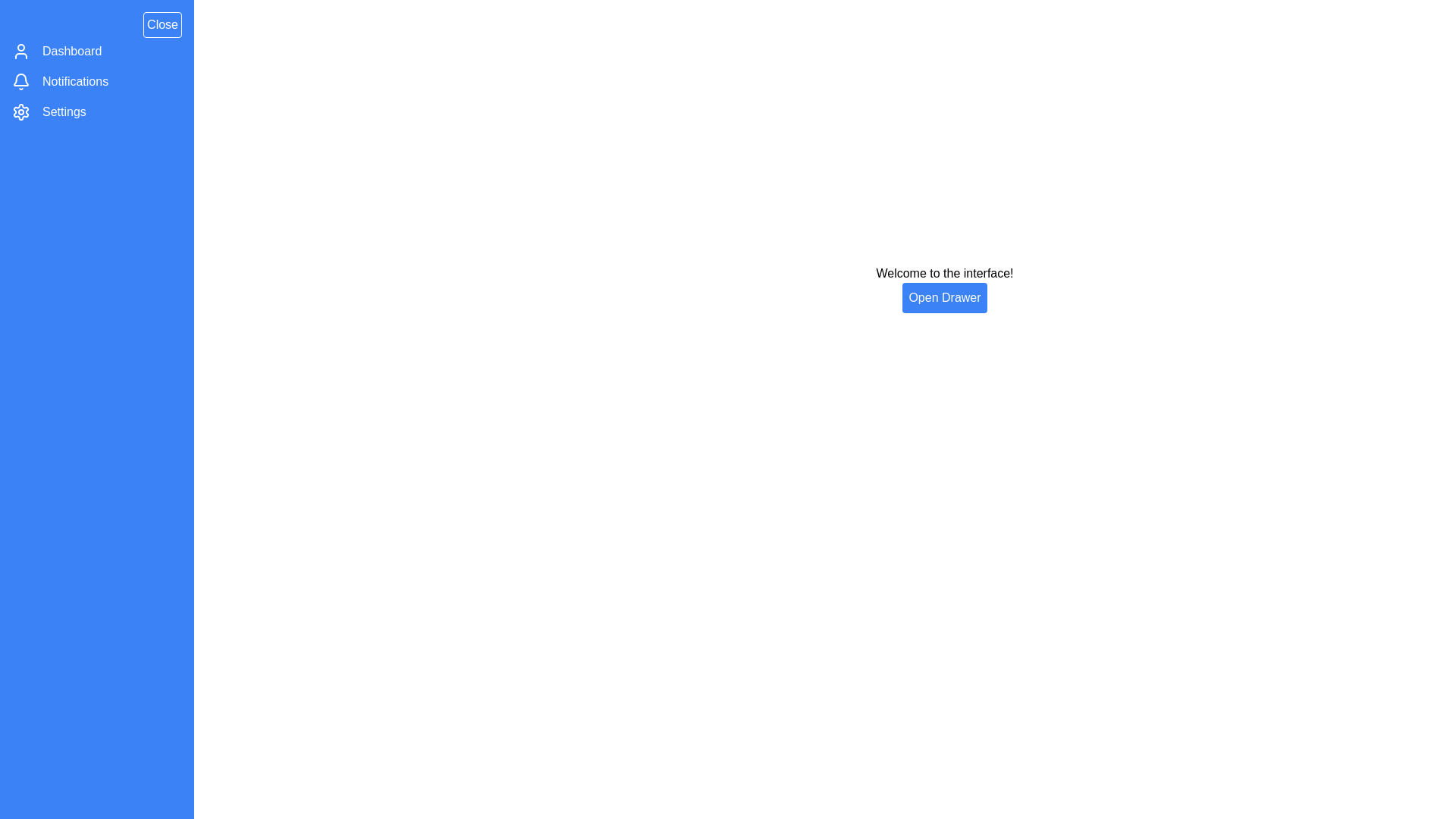  Describe the element at coordinates (74, 82) in the screenshot. I see `the menu item labeled Notifications within the drawer` at that location.